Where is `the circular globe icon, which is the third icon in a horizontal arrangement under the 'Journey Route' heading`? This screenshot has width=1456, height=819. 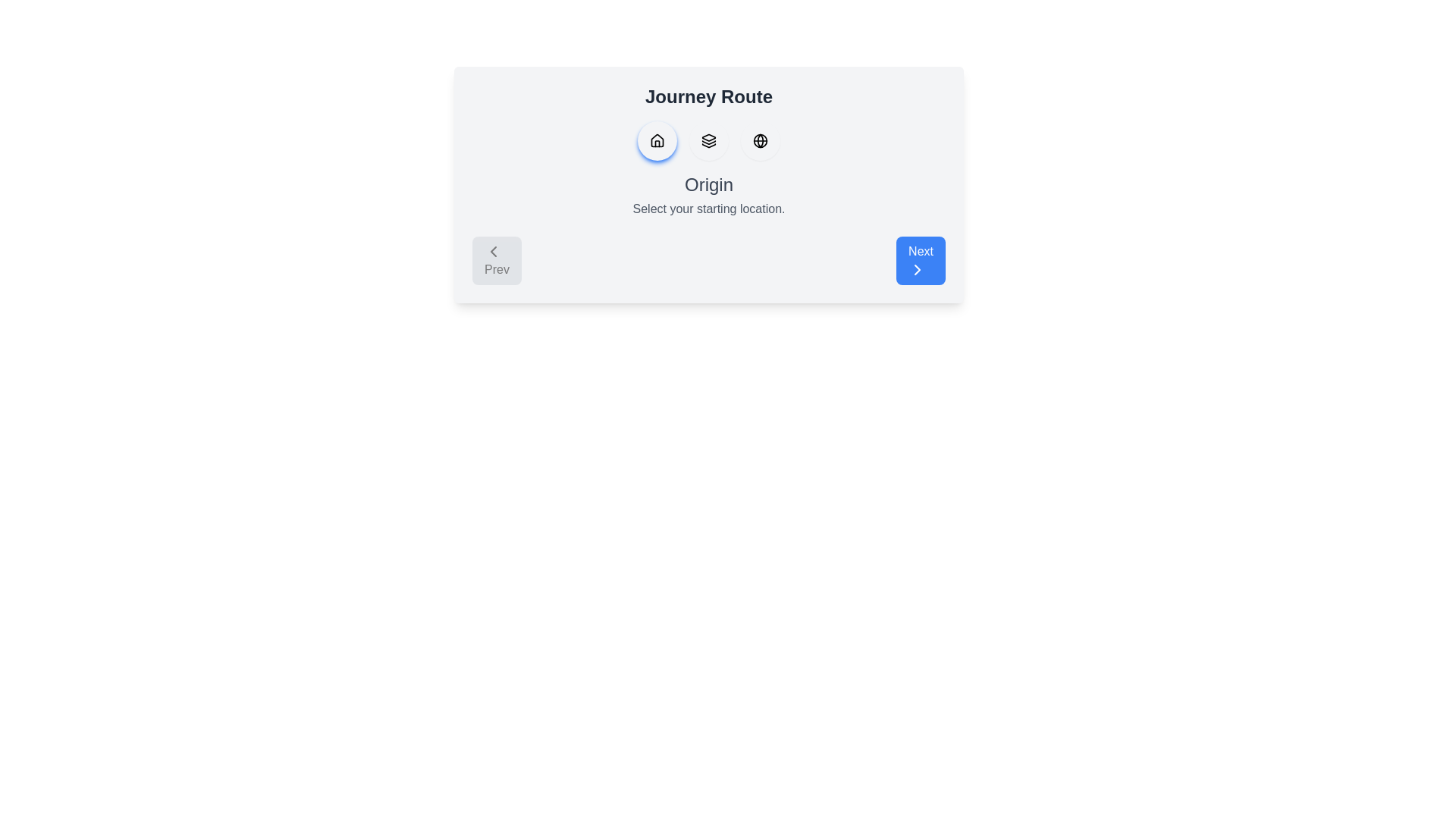 the circular globe icon, which is the third icon in a horizontal arrangement under the 'Journey Route' heading is located at coordinates (761, 140).